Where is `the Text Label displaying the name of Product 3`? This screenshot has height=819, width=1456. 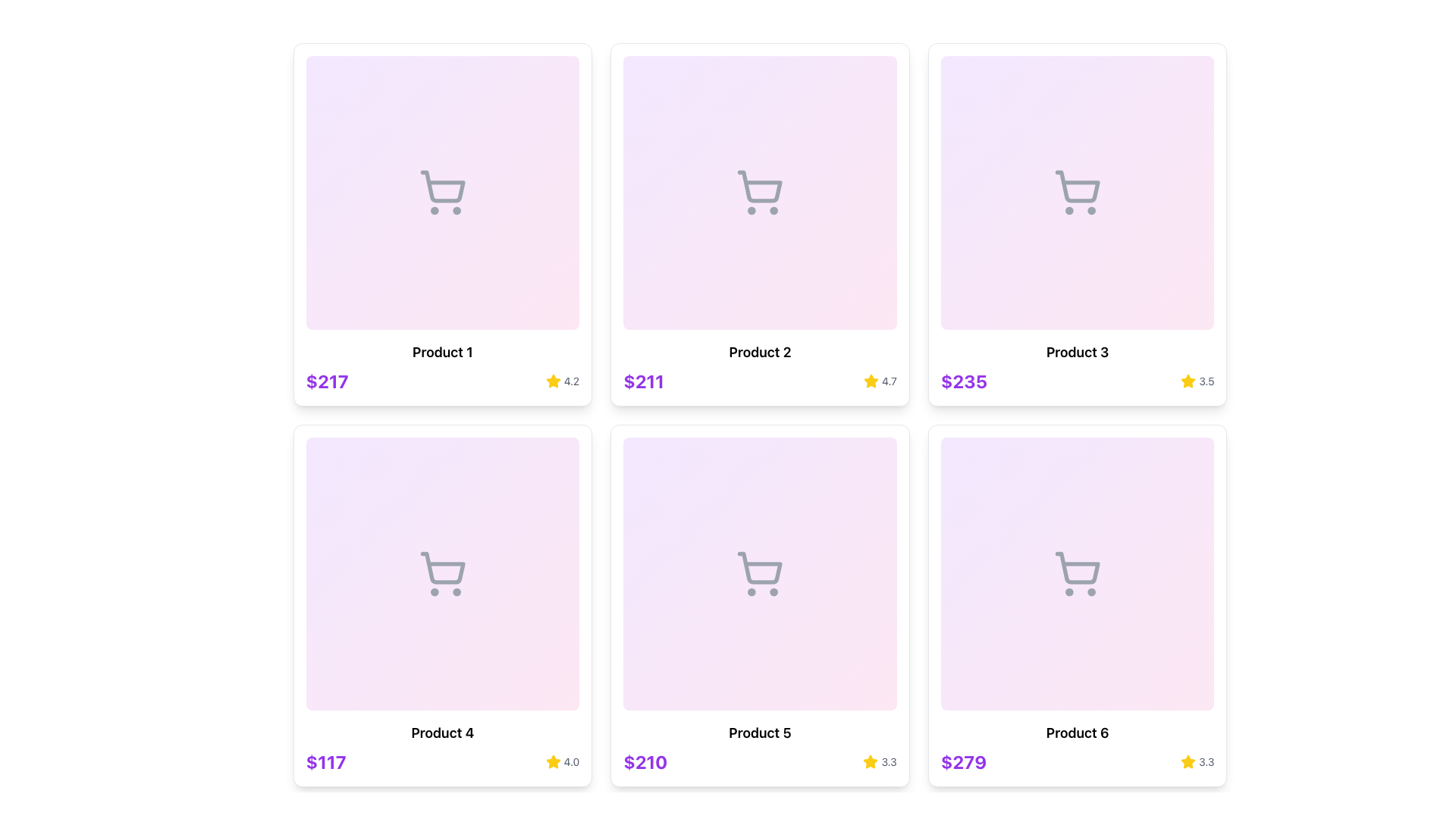 the Text Label displaying the name of Product 3 is located at coordinates (1077, 352).